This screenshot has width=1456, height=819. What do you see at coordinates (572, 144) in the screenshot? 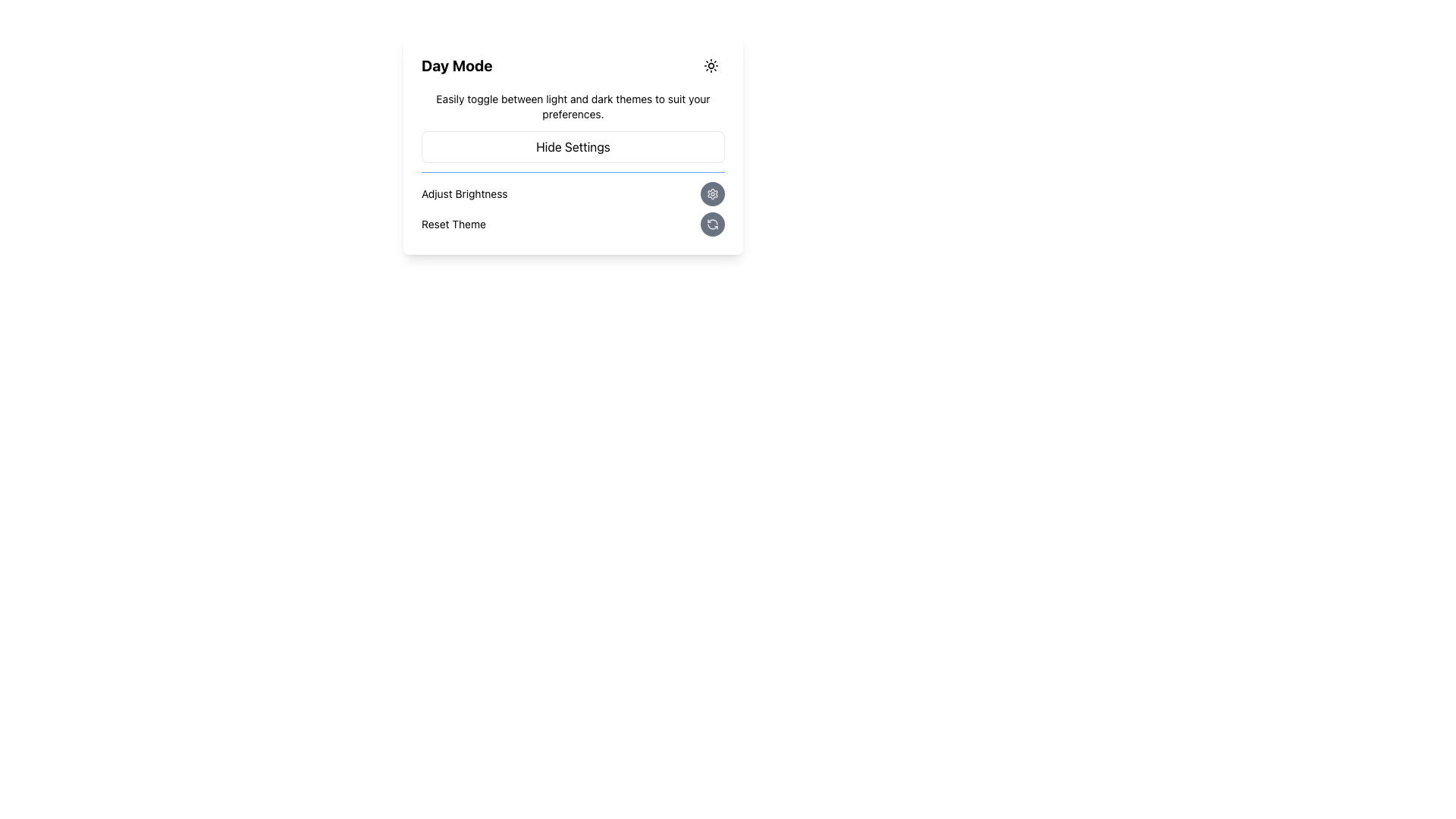
I see `the 'Hide Settings' button` at bounding box center [572, 144].